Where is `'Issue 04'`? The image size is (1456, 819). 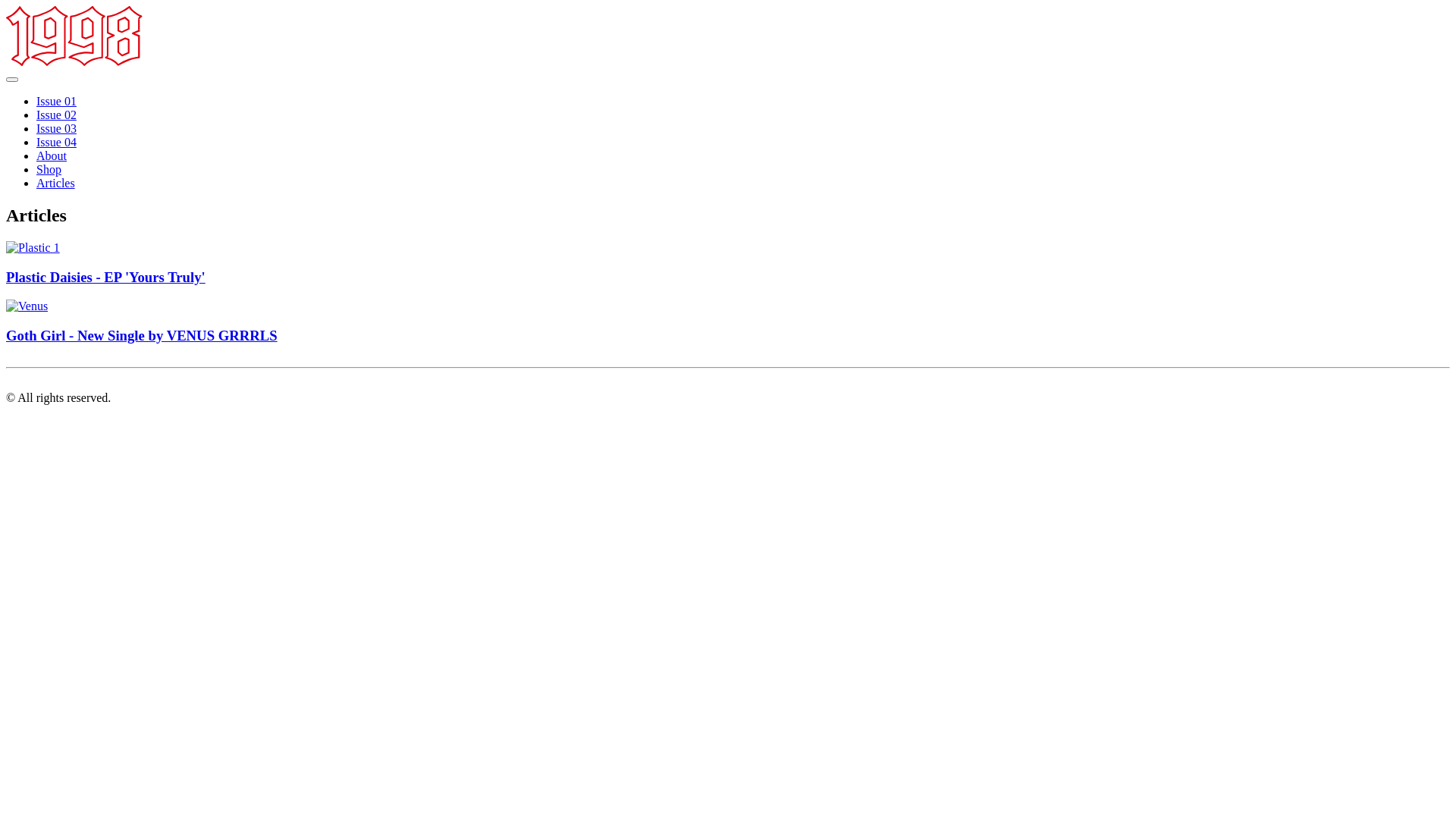 'Issue 04' is located at coordinates (56, 142).